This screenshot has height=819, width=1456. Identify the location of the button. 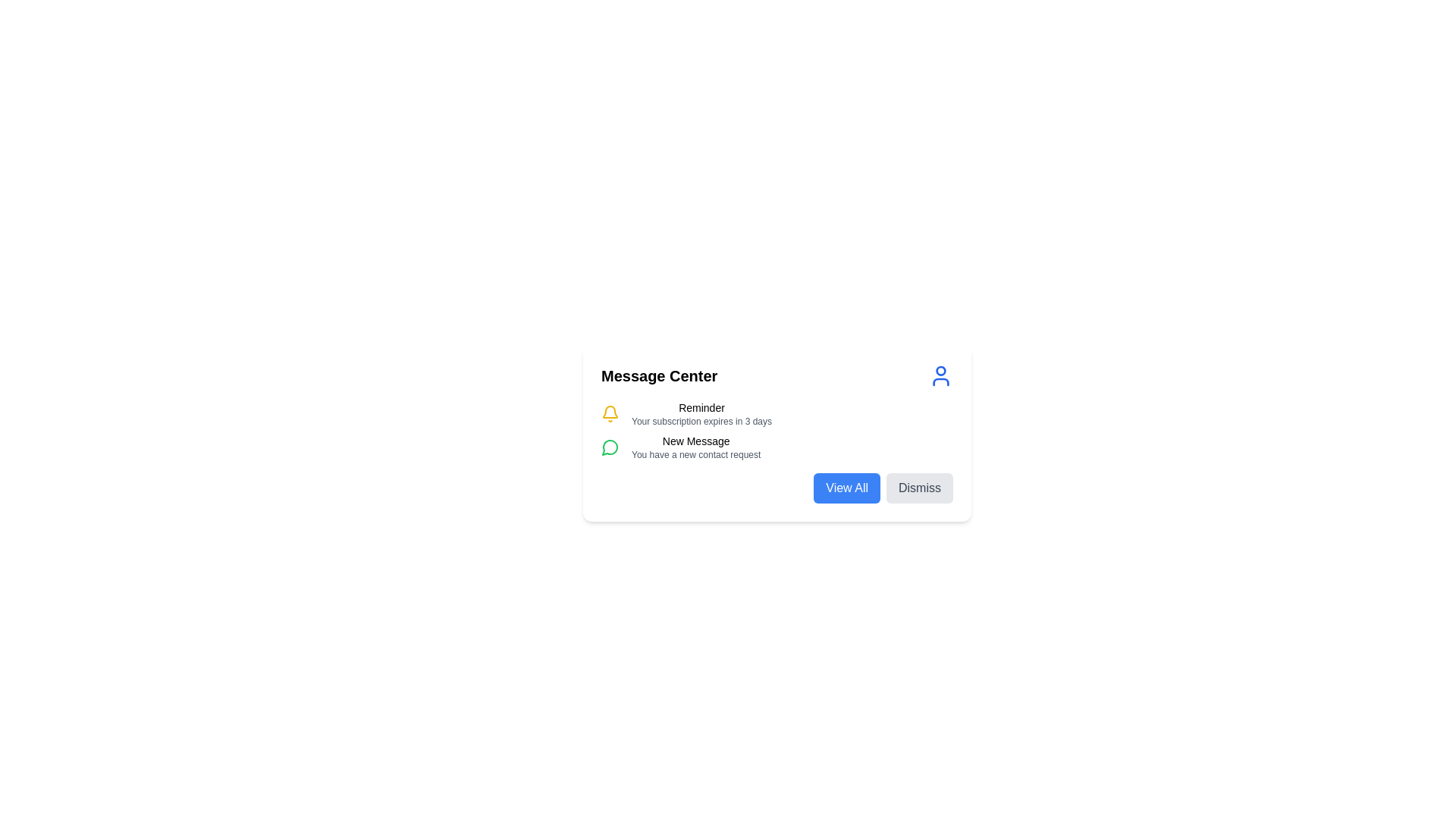
(846, 488).